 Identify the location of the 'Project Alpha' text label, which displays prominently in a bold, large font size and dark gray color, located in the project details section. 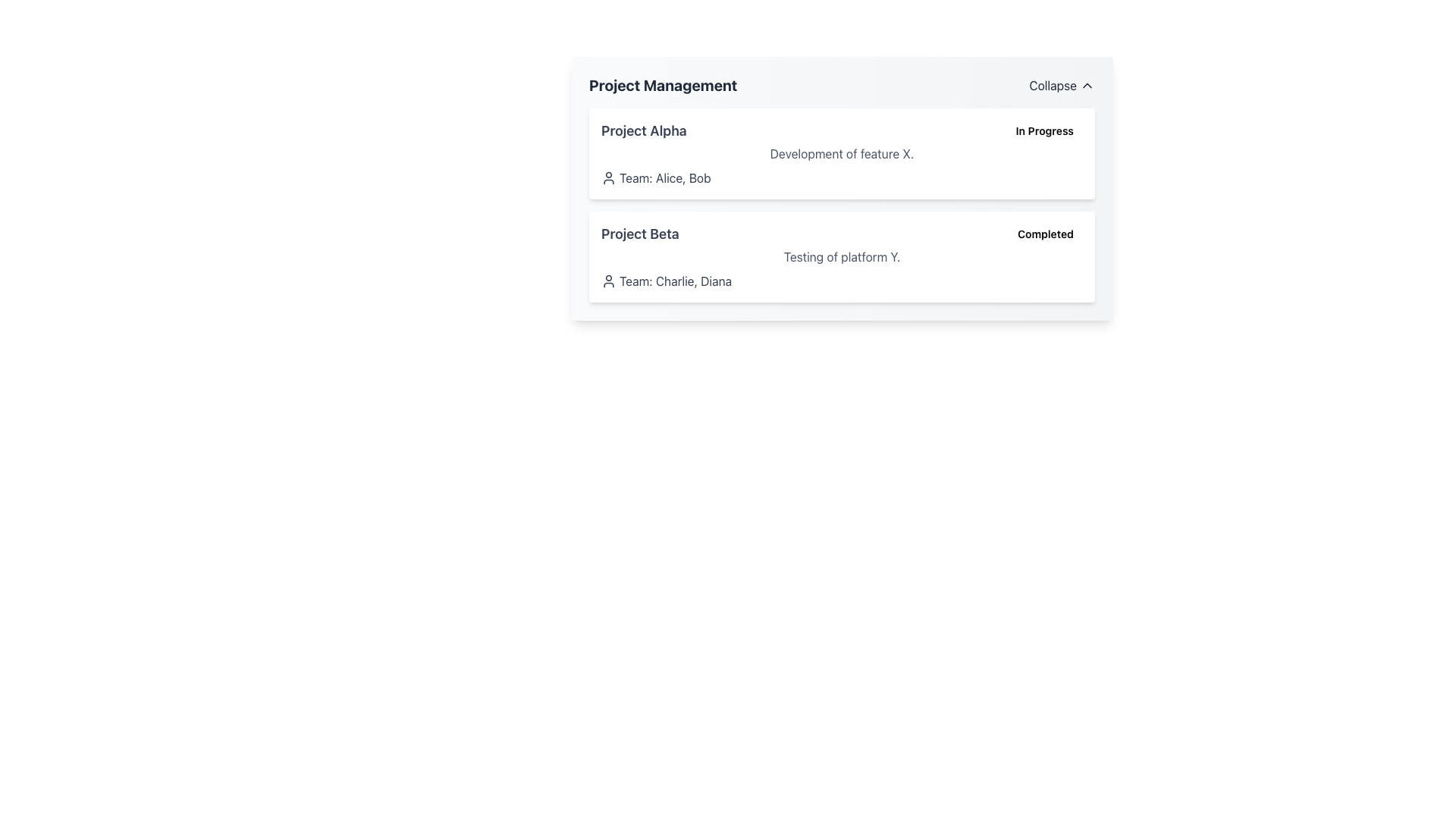
(644, 130).